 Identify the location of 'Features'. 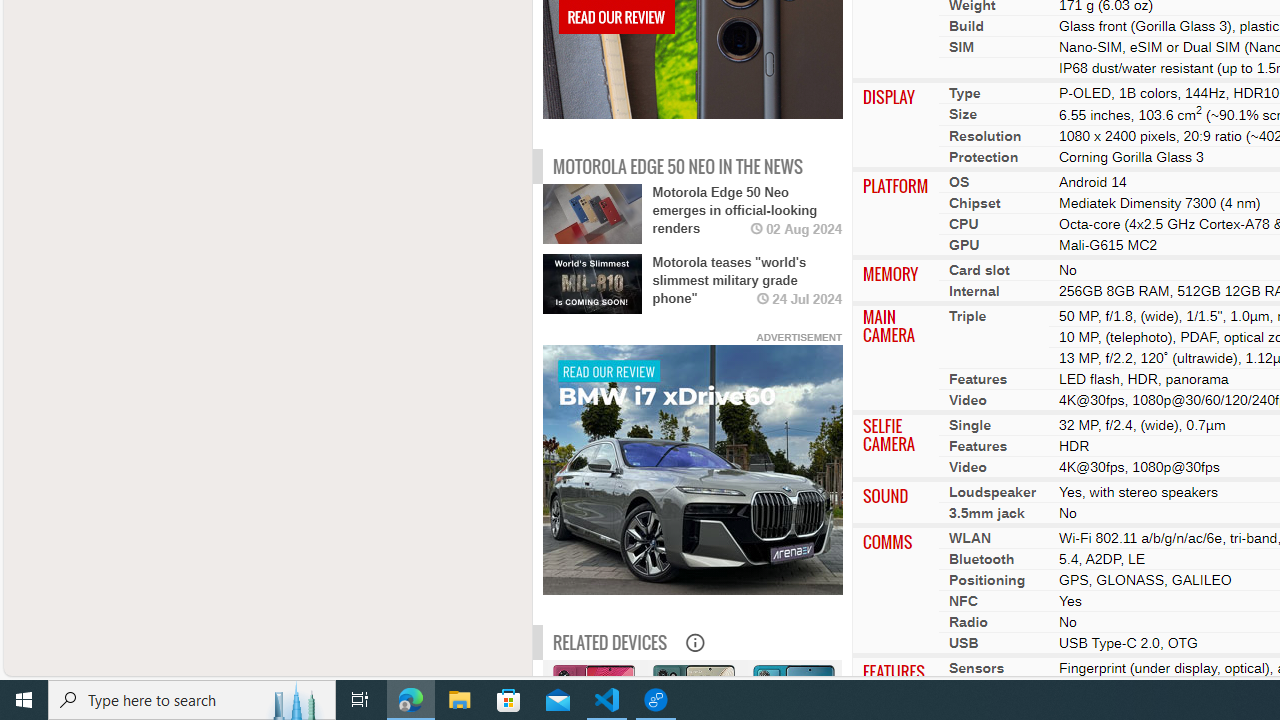
(978, 444).